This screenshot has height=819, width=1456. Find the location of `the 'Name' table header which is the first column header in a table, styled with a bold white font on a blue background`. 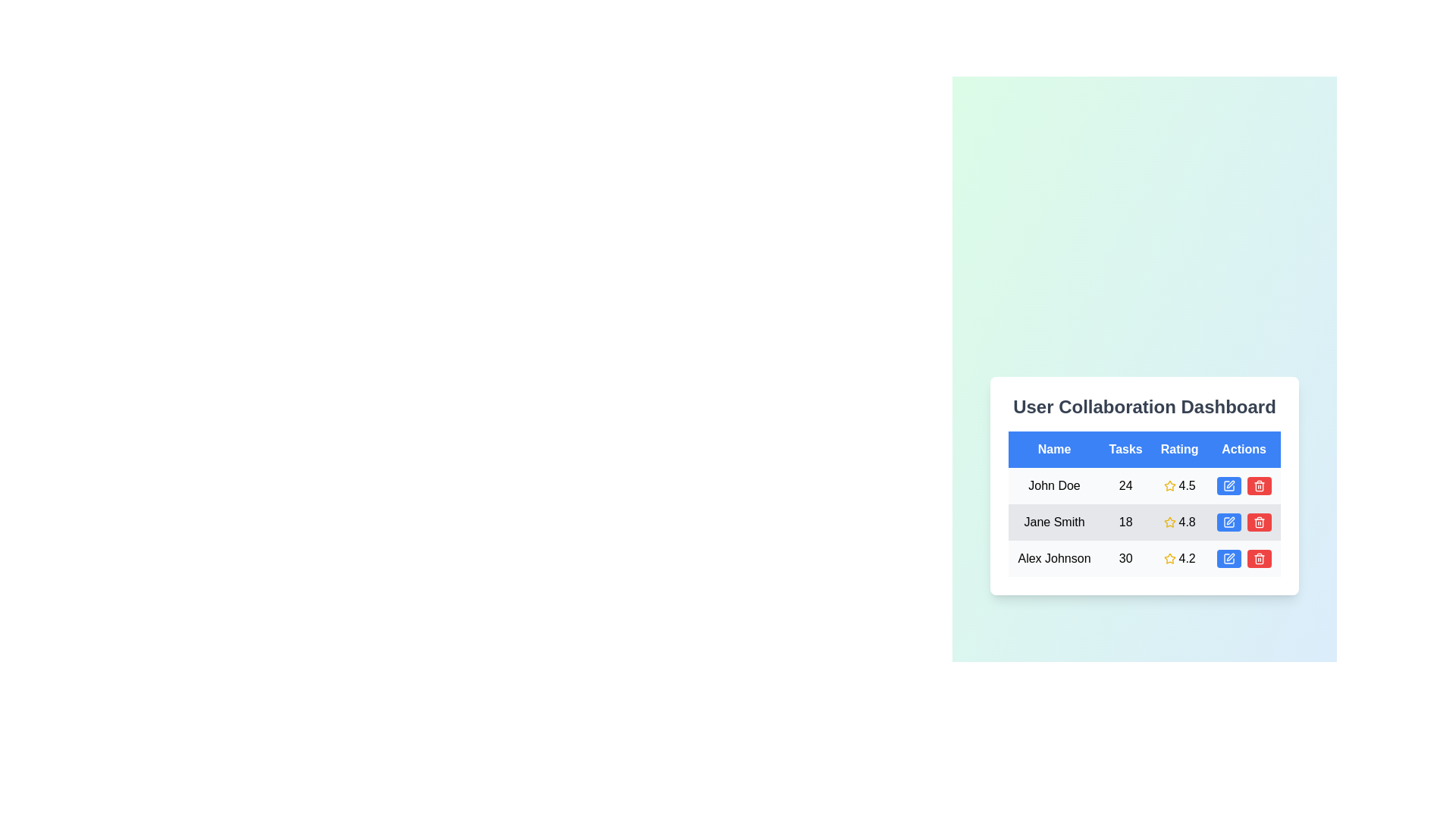

the 'Name' table header which is the first column header in a table, styled with a bold white font on a blue background is located at coordinates (1053, 449).